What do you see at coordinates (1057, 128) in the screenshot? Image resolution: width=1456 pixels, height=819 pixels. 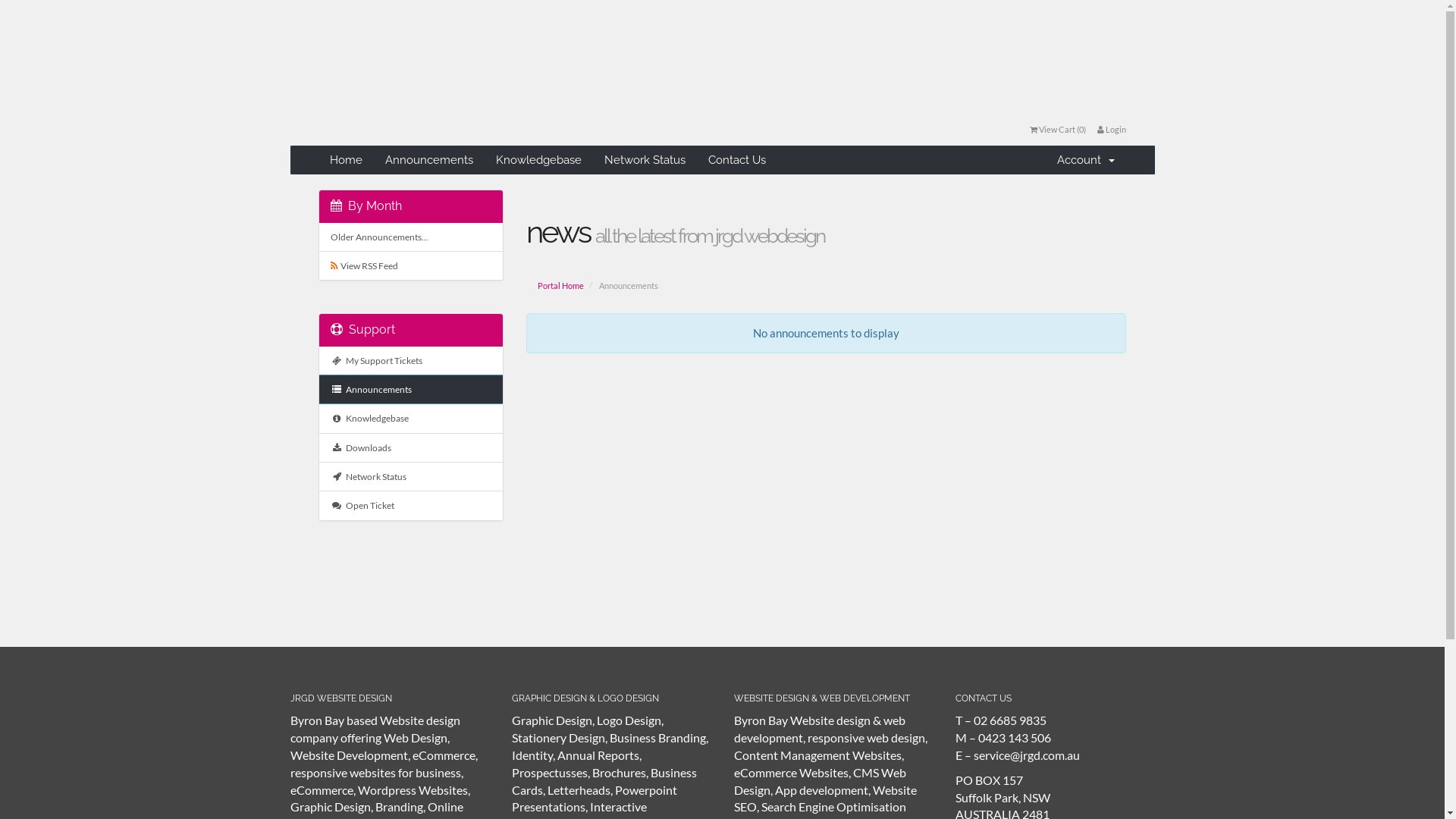 I see `'View Cart (0)'` at bounding box center [1057, 128].